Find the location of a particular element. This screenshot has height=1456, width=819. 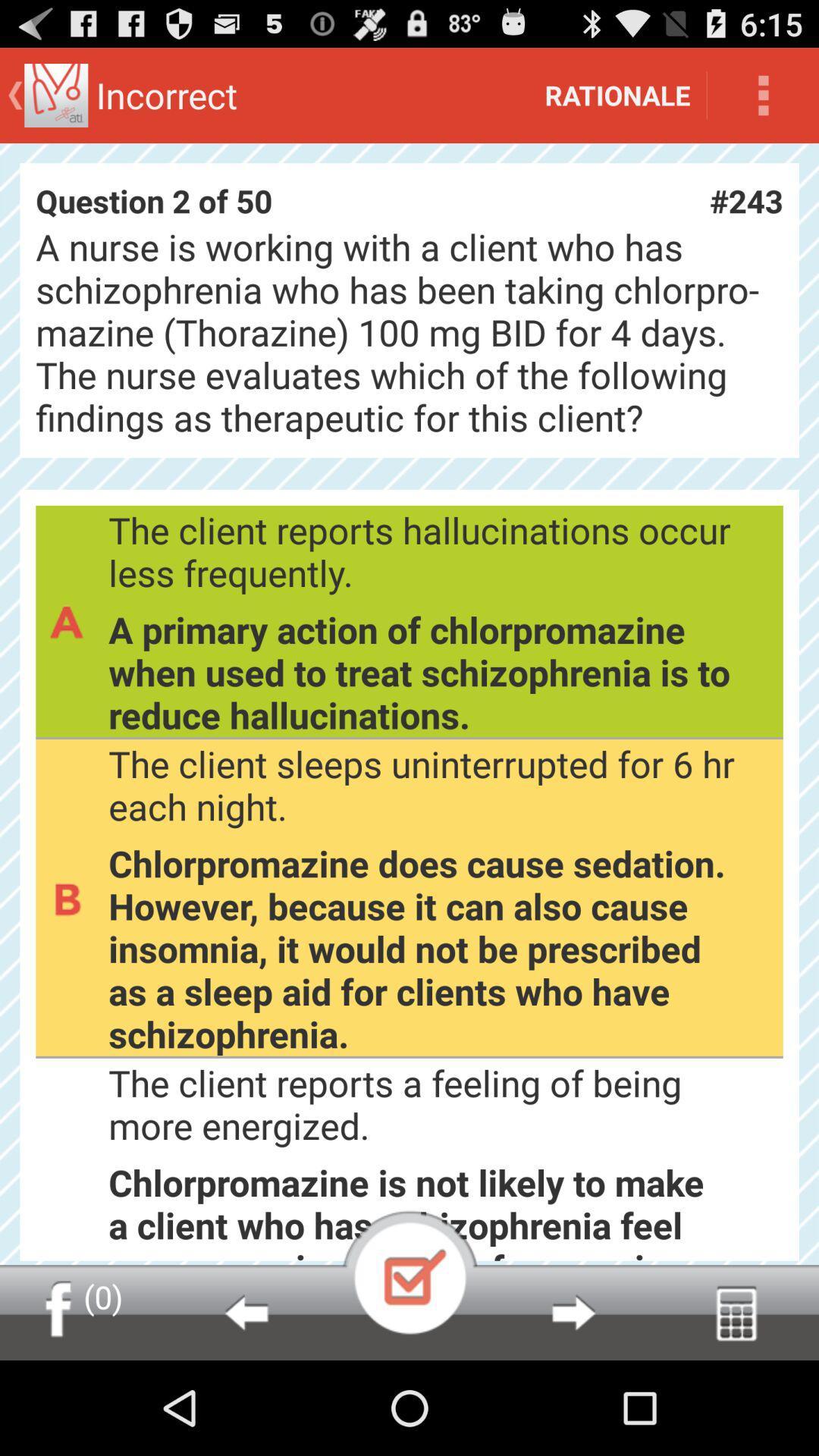

the delete icon is located at coordinates (736, 1404).